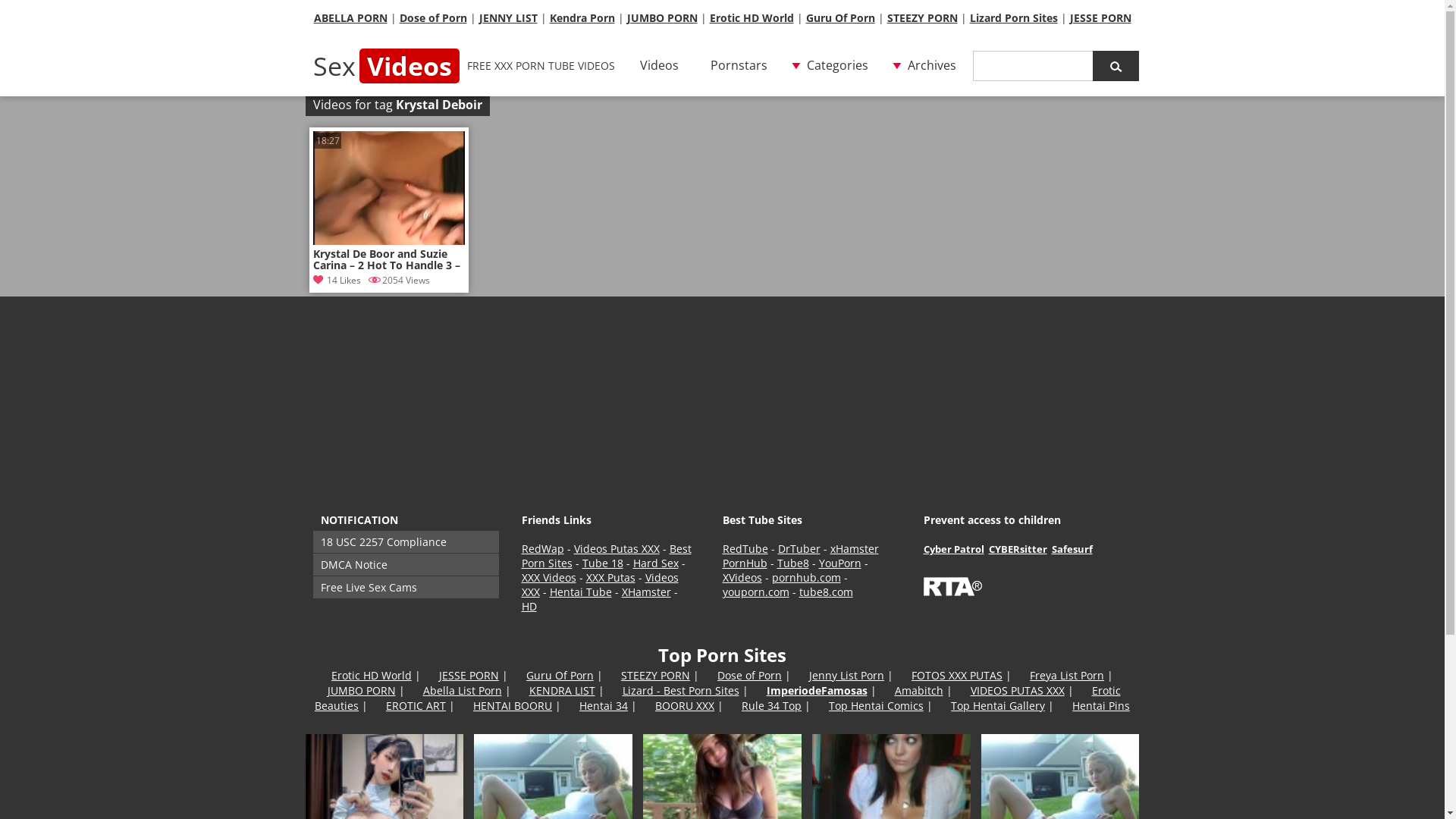 Image resolution: width=1456 pixels, height=819 pixels. Describe the element at coordinates (655, 674) in the screenshot. I see `'STEEZY PORN'` at that location.